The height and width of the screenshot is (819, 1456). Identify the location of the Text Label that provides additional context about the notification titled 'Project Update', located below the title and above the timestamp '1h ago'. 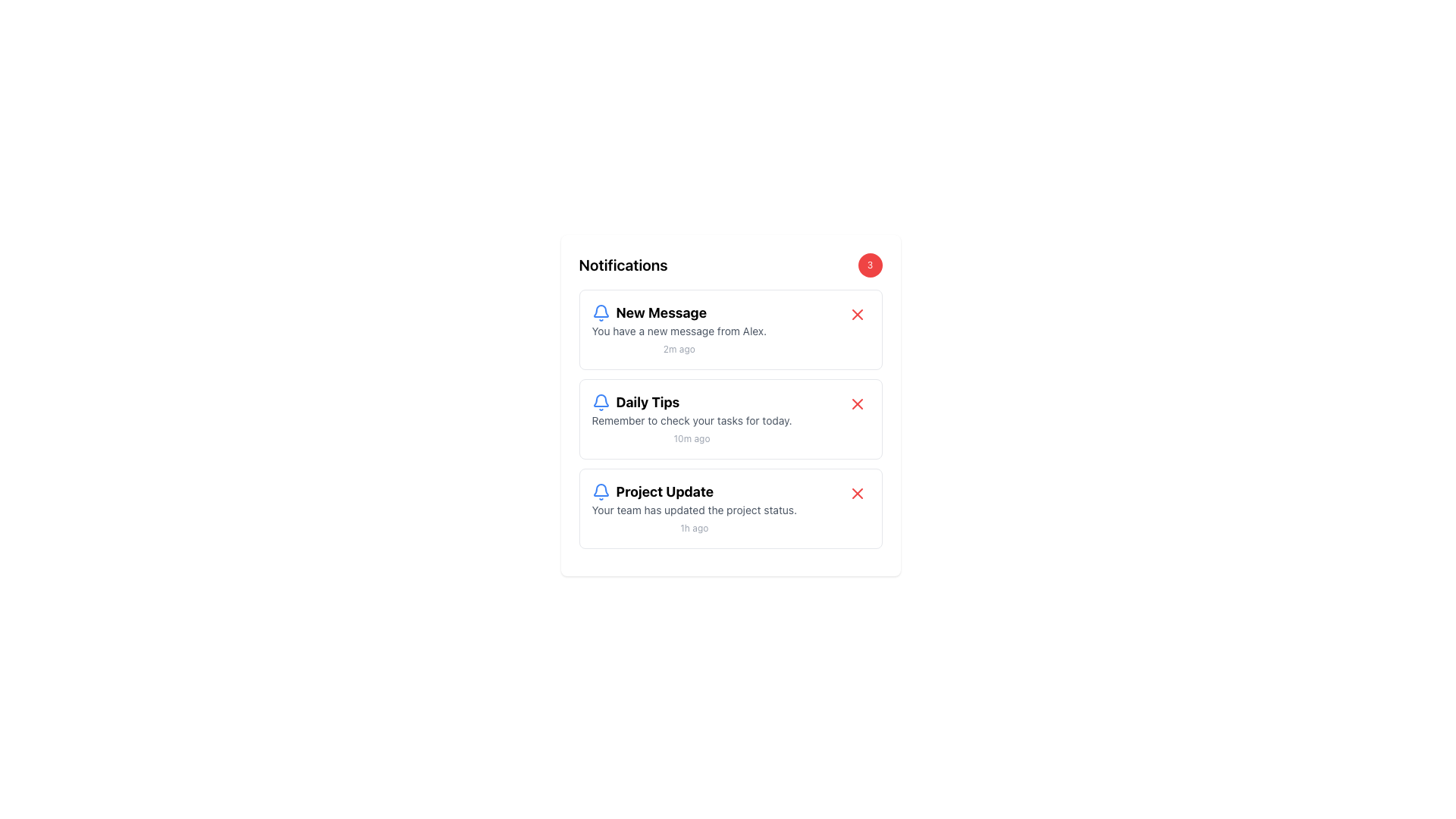
(693, 510).